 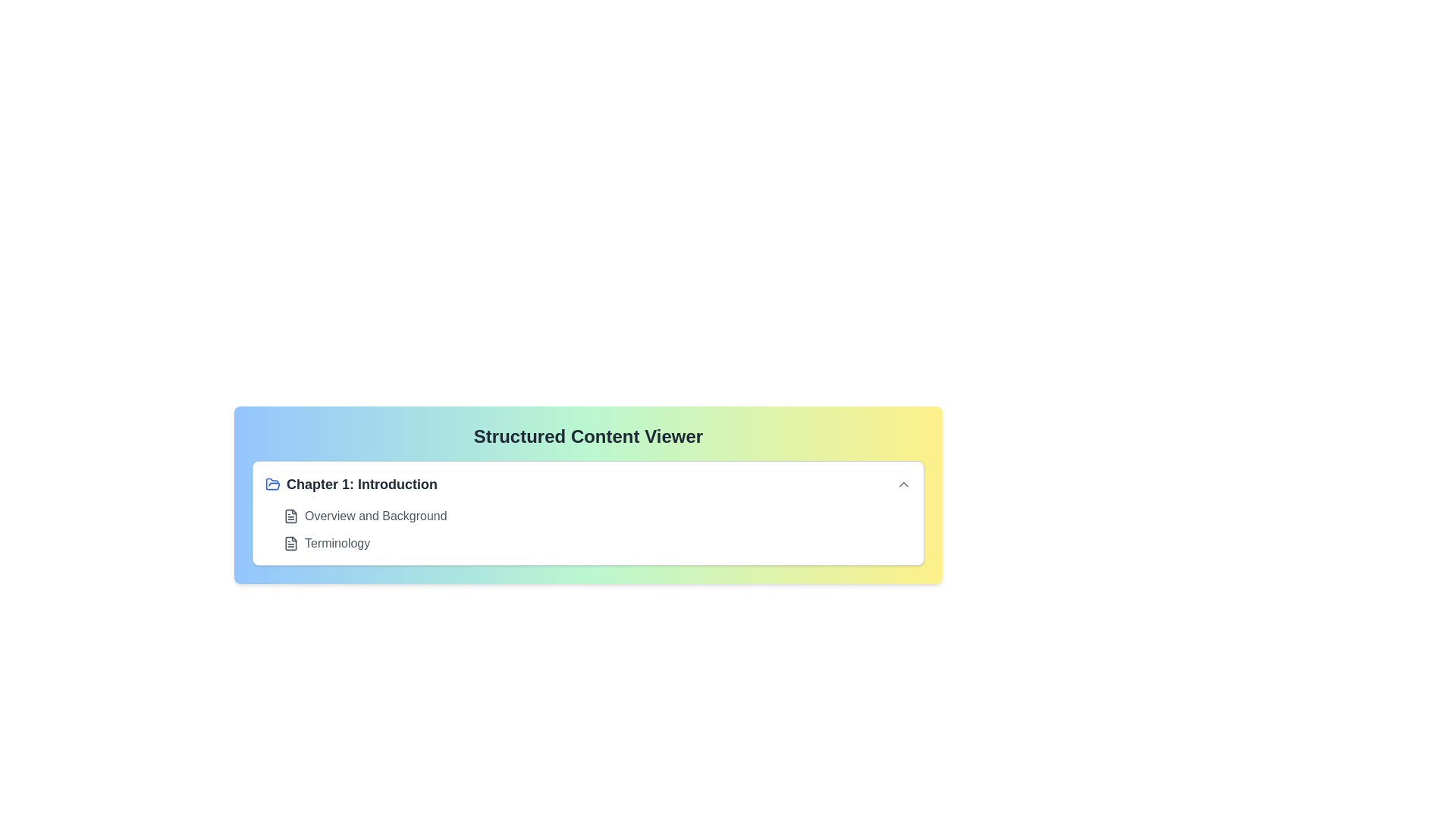 I want to click on the heading titled 'Structured Content Viewer' by moving the cursor to its center, so click(x=588, y=436).